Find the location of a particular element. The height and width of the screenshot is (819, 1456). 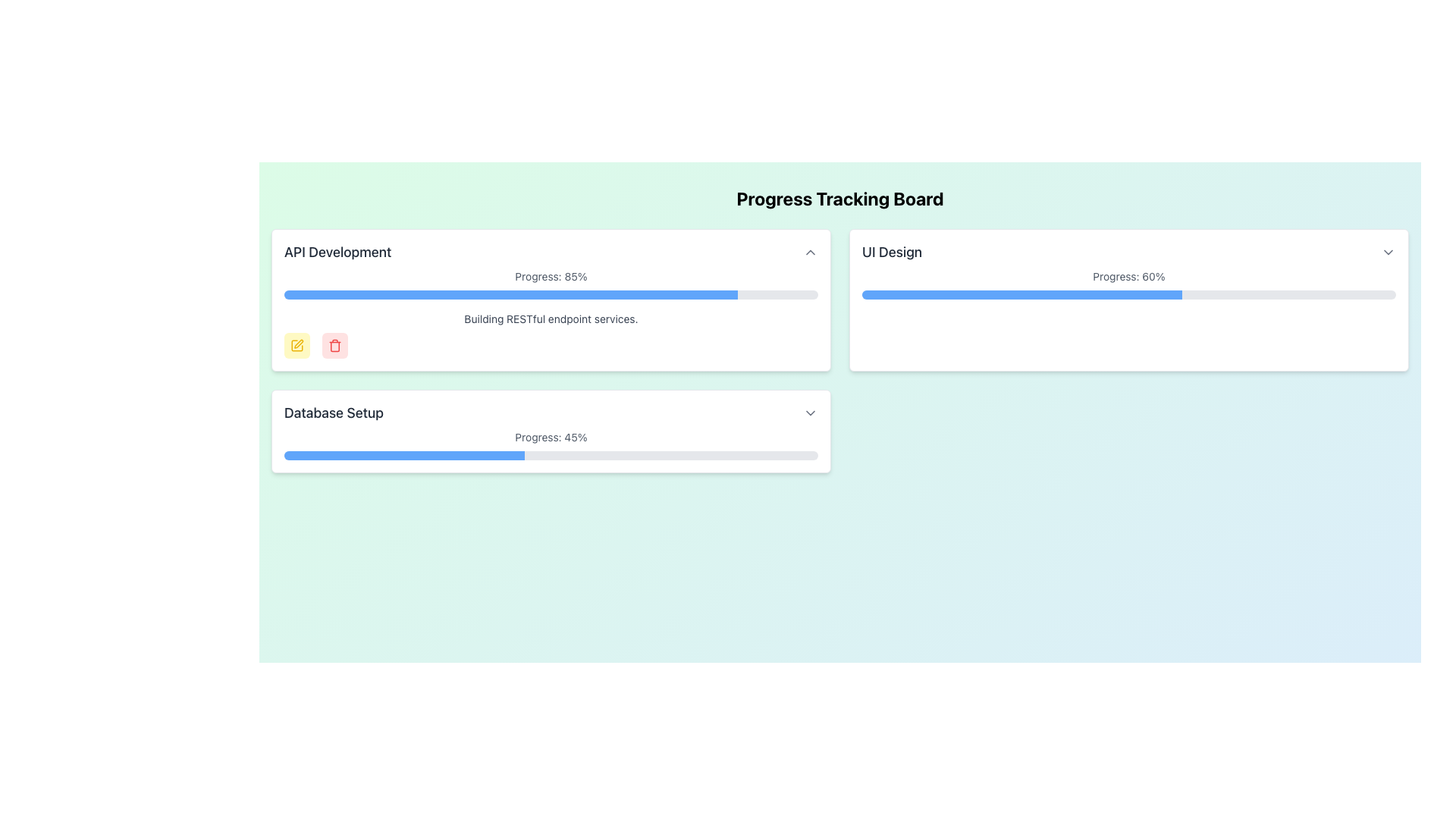

the progress bar is located at coordinates (451, 455).